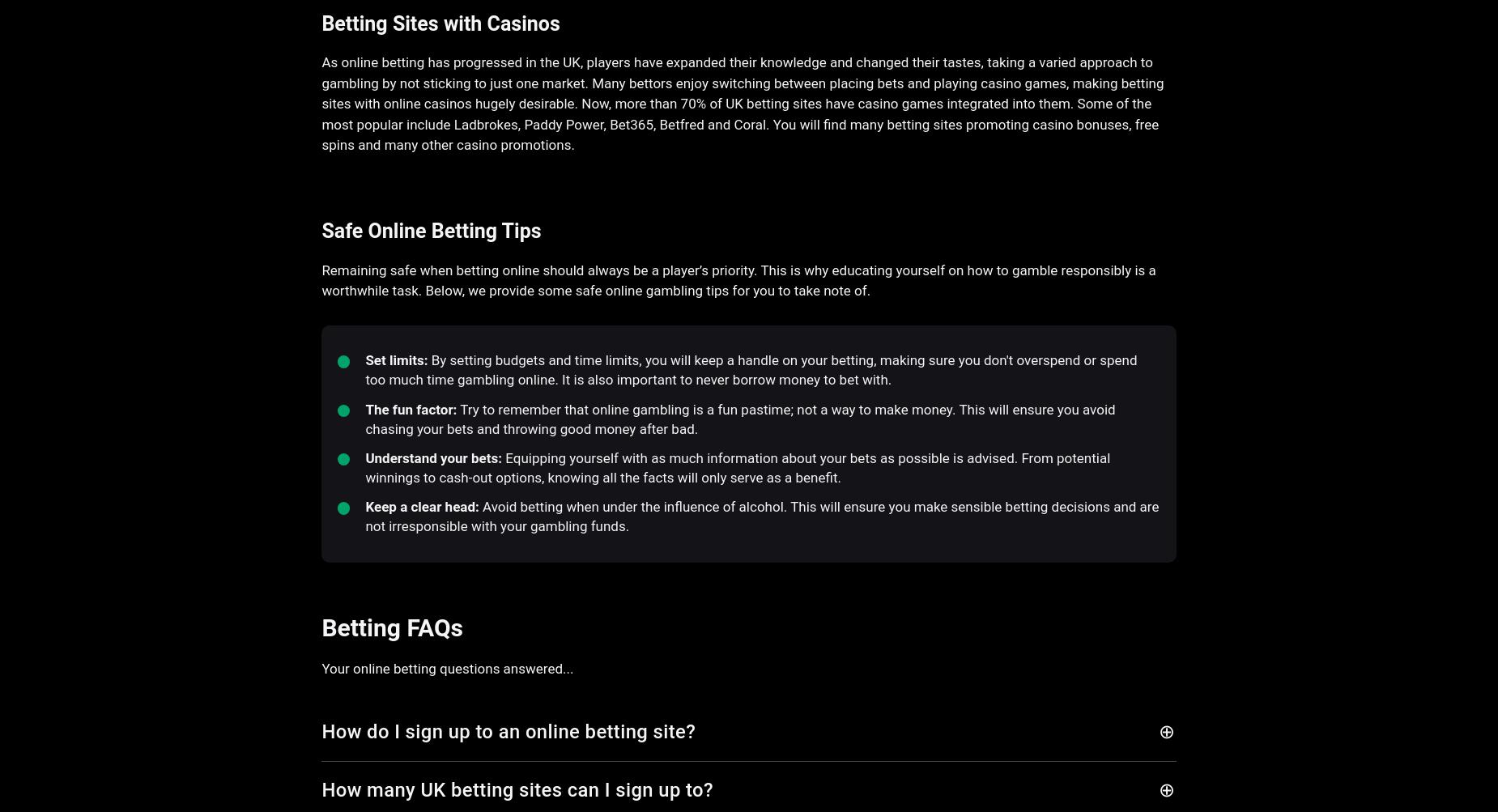  I want to click on 'Betting FAQs', so click(392, 627).